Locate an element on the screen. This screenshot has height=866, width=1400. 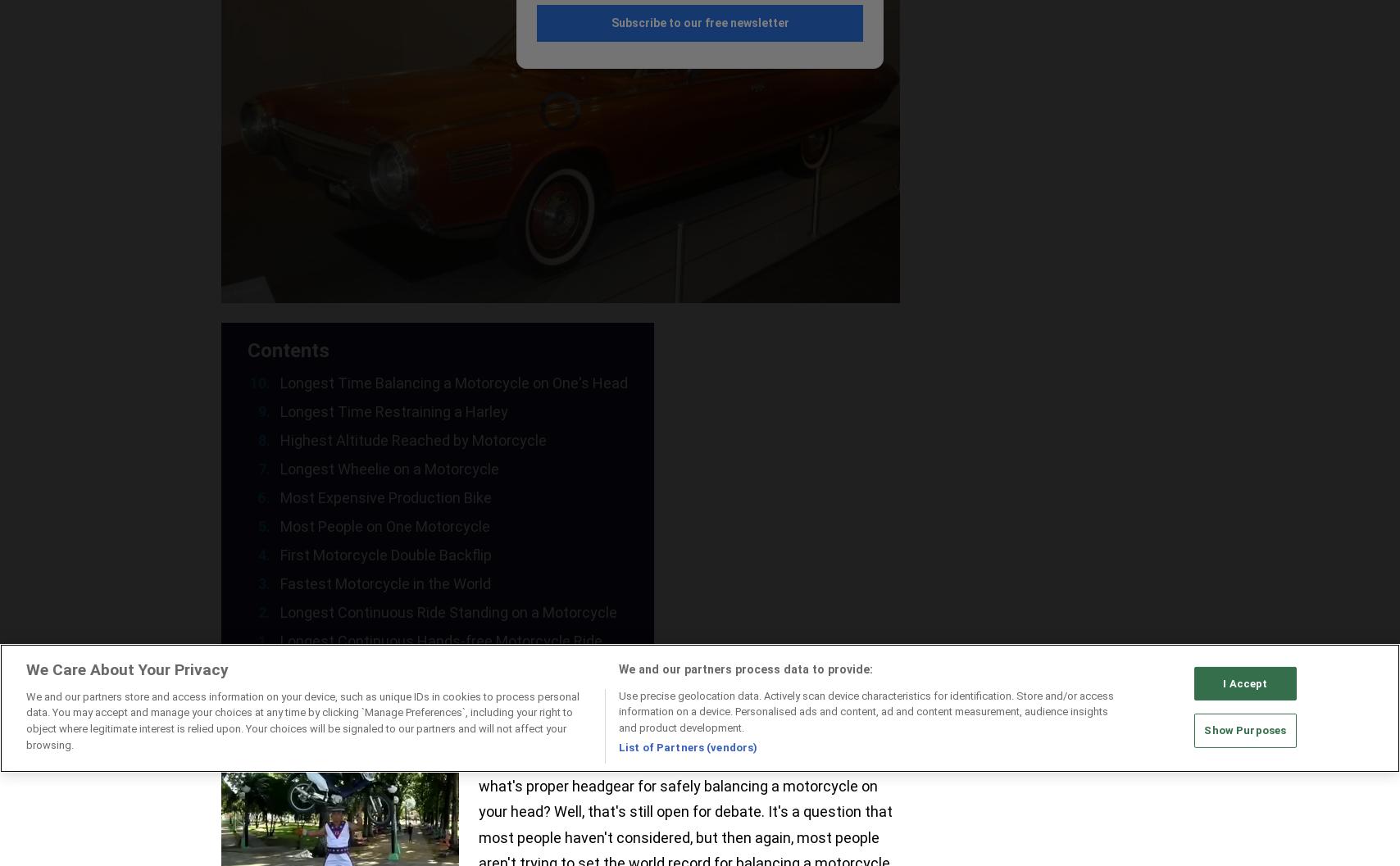
'Longest Wheelie on a Motorcycle' is located at coordinates (389, 468).